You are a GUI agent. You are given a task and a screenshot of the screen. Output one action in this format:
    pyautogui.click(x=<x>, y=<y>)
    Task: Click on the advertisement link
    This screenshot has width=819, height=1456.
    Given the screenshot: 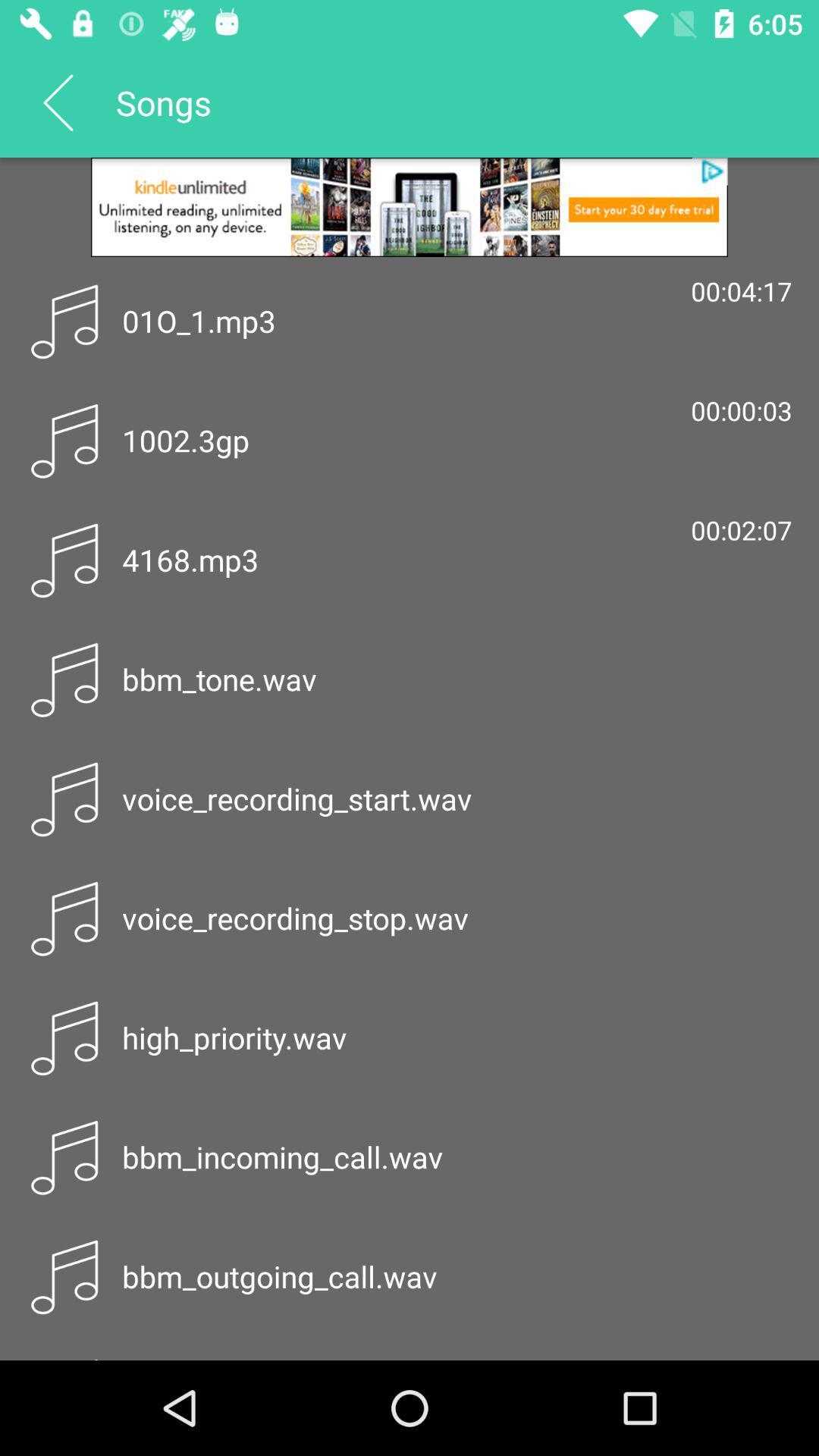 What is the action you would take?
    pyautogui.click(x=409, y=206)
    